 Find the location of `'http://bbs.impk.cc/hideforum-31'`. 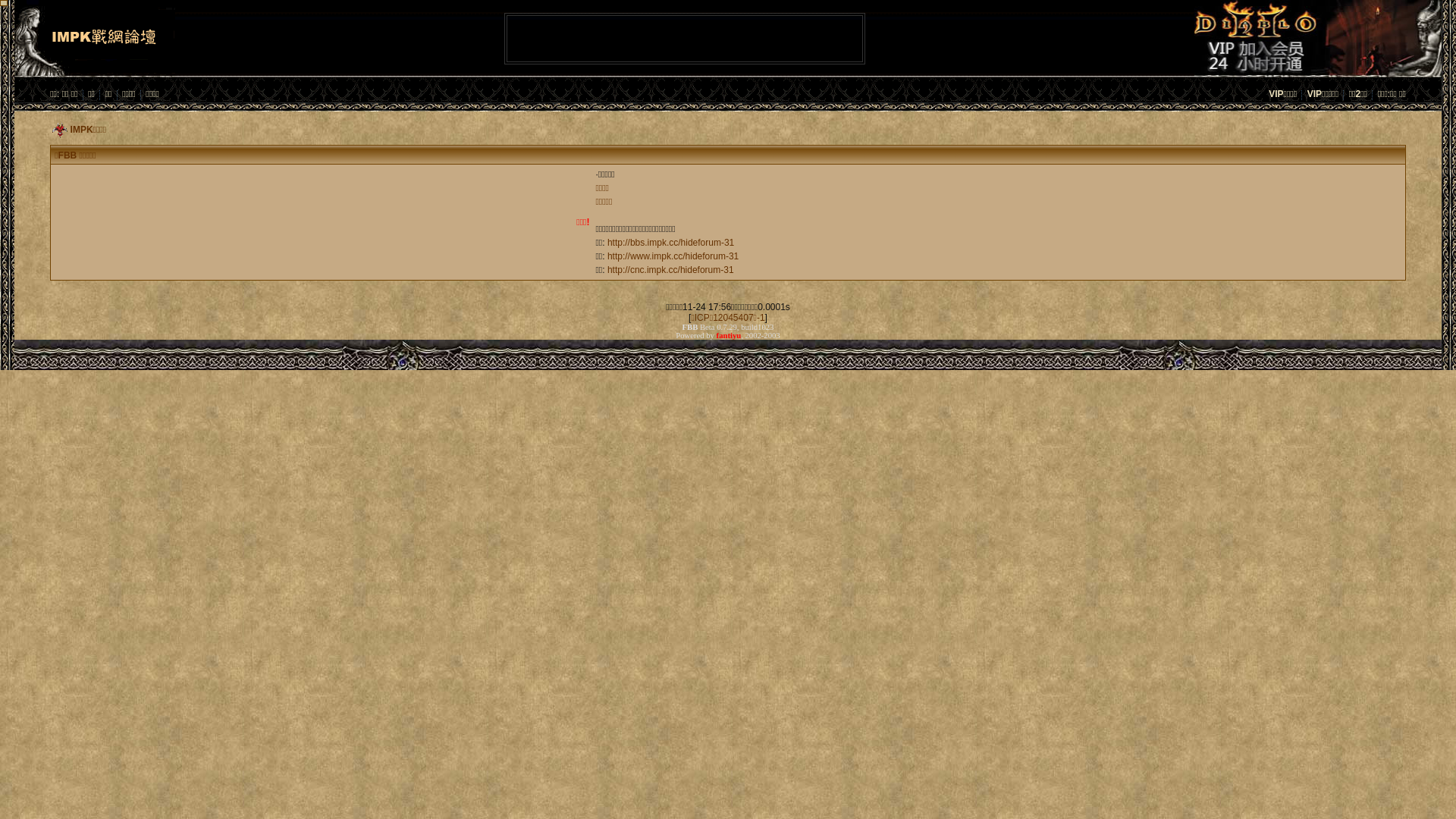

'http://bbs.impk.cc/hideforum-31' is located at coordinates (670, 242).